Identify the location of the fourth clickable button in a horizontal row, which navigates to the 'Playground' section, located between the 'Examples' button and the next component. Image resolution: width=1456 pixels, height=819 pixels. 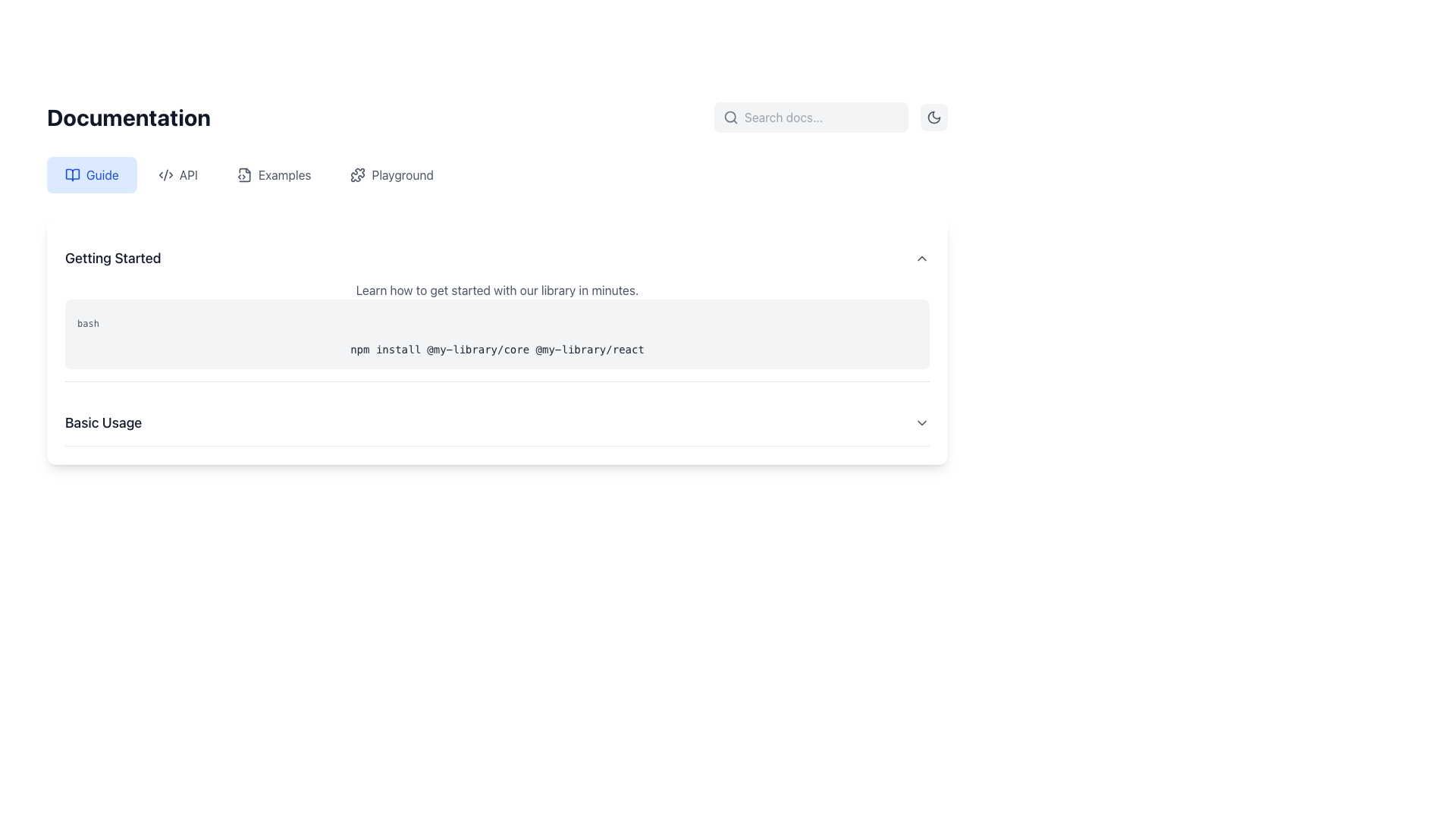
(392, 174).